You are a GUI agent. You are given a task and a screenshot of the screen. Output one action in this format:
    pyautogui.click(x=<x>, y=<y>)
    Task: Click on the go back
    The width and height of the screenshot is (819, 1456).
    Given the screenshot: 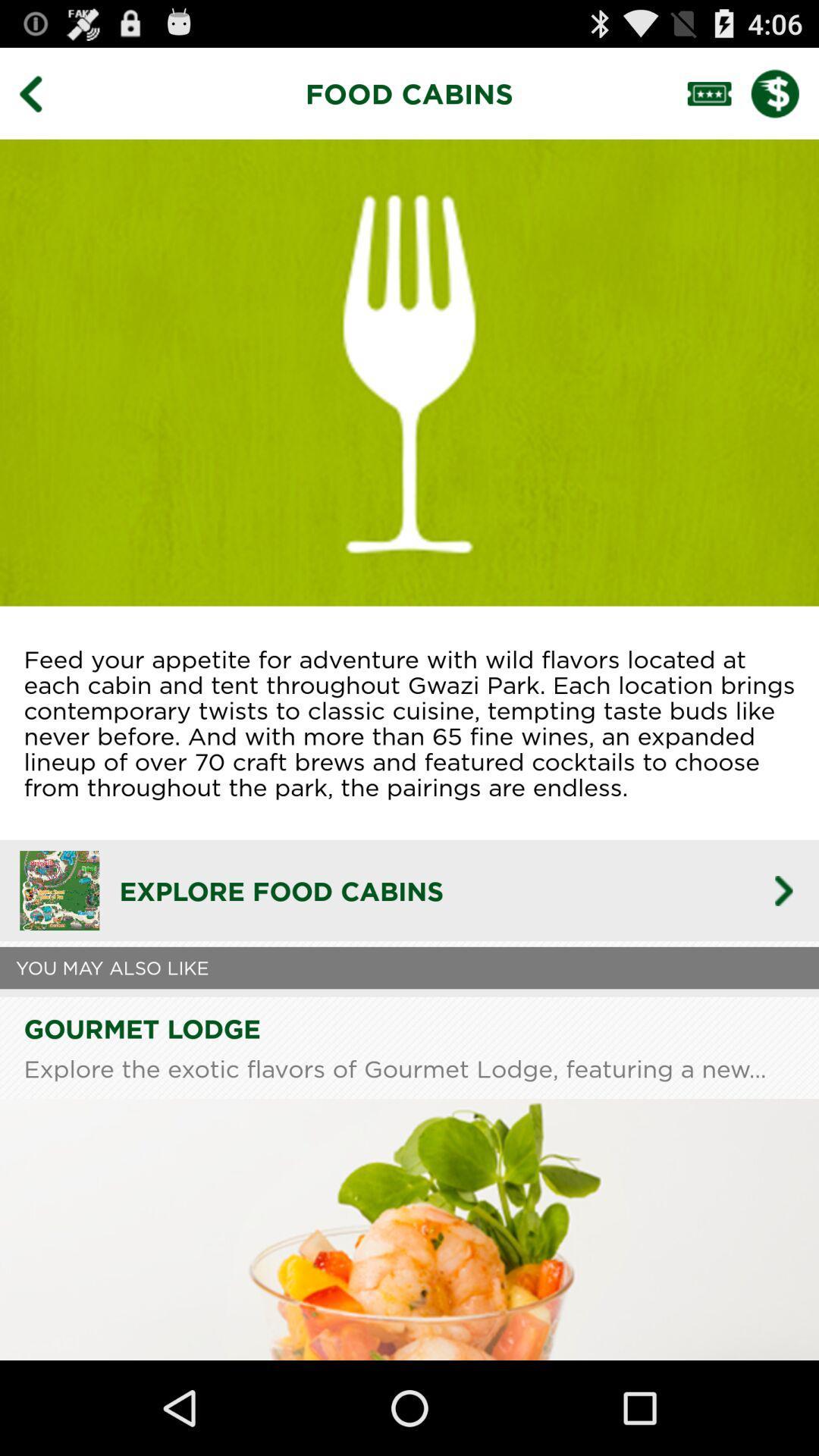 What is the action you would take?
    pyautogui.click(x=41, y=93)
    